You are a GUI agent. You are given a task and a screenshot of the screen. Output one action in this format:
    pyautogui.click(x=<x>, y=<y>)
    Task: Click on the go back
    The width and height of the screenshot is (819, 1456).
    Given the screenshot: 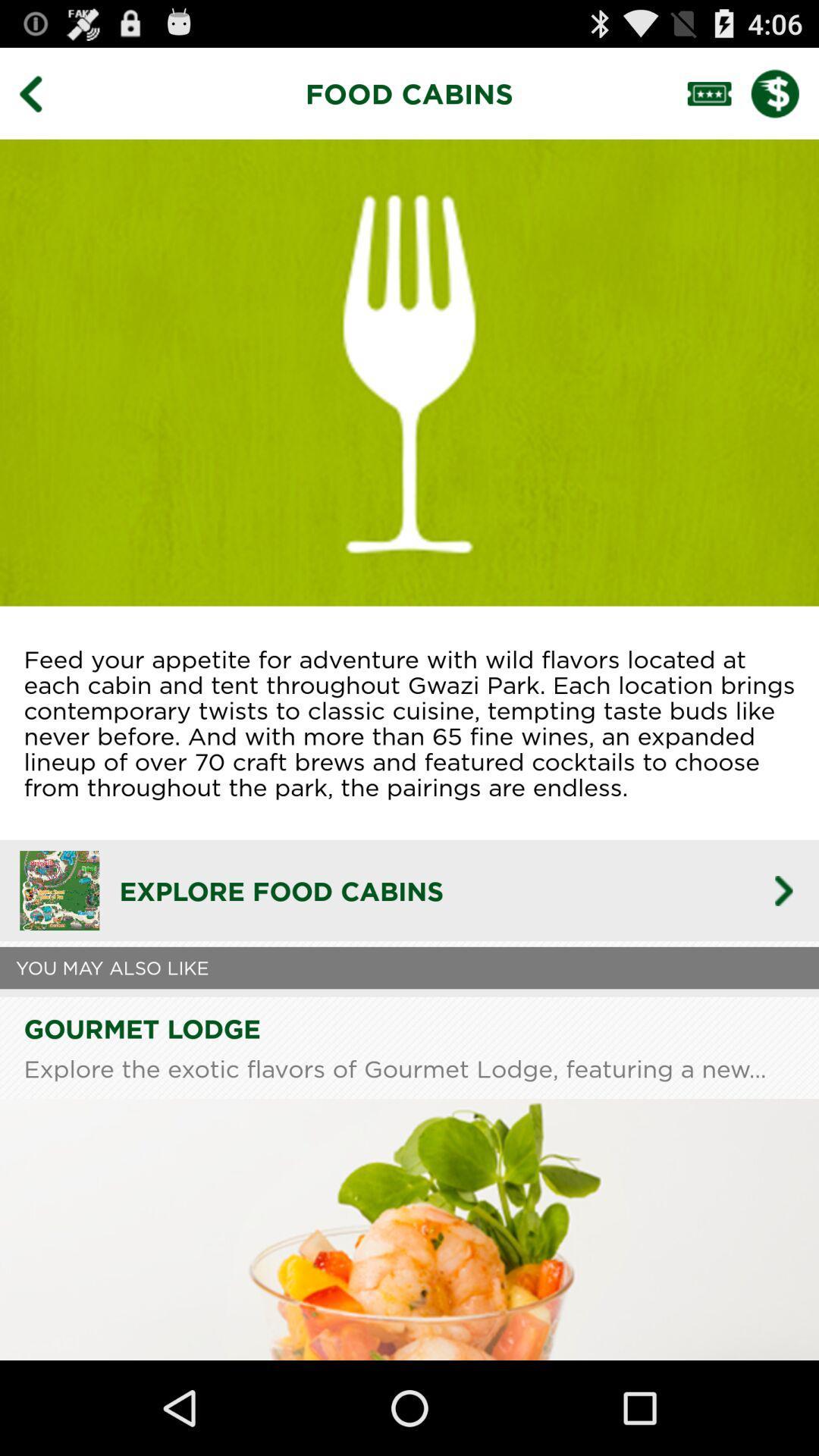 What is the action you would take?
    pyautogui.click(x=41, y=93)
    